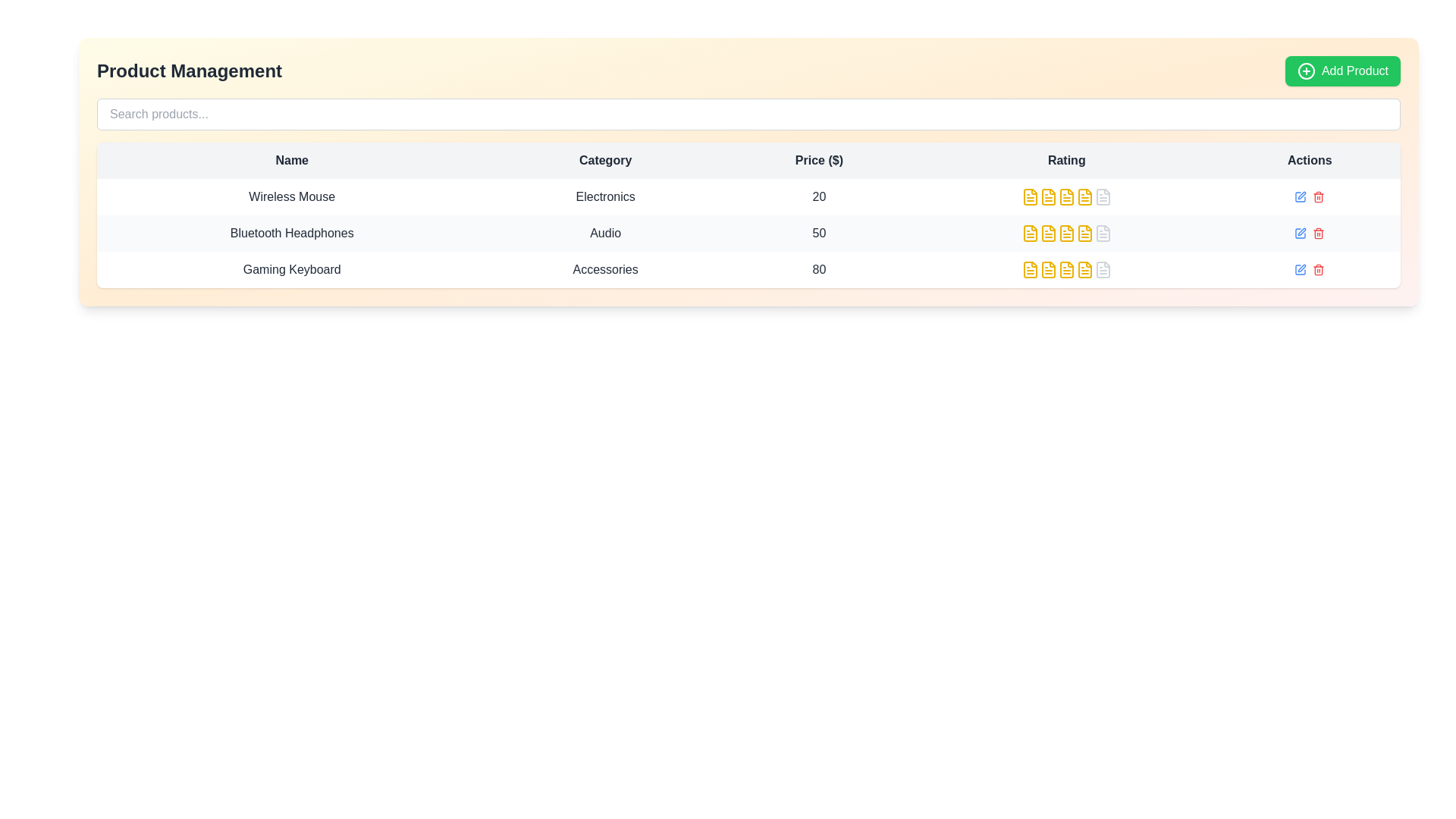 The image size is (1456, 819). Describe the element at coordinates (1030, 234) in the screenshot. I see `the document icon with a yellow outline located in the 'Rating' column of the second row for the 'Bluetooth Headphones' product` at that location.